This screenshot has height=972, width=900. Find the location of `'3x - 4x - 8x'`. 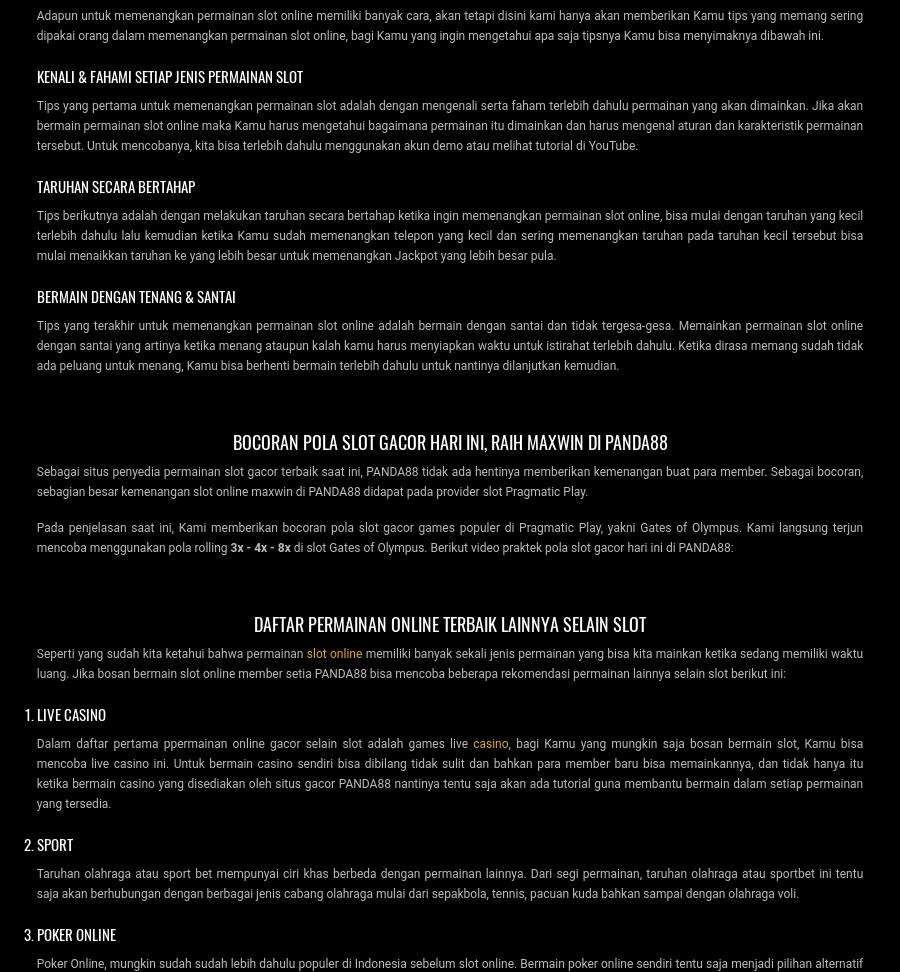

'3x - 4x - 8x' is located at coordinates (259, 547).